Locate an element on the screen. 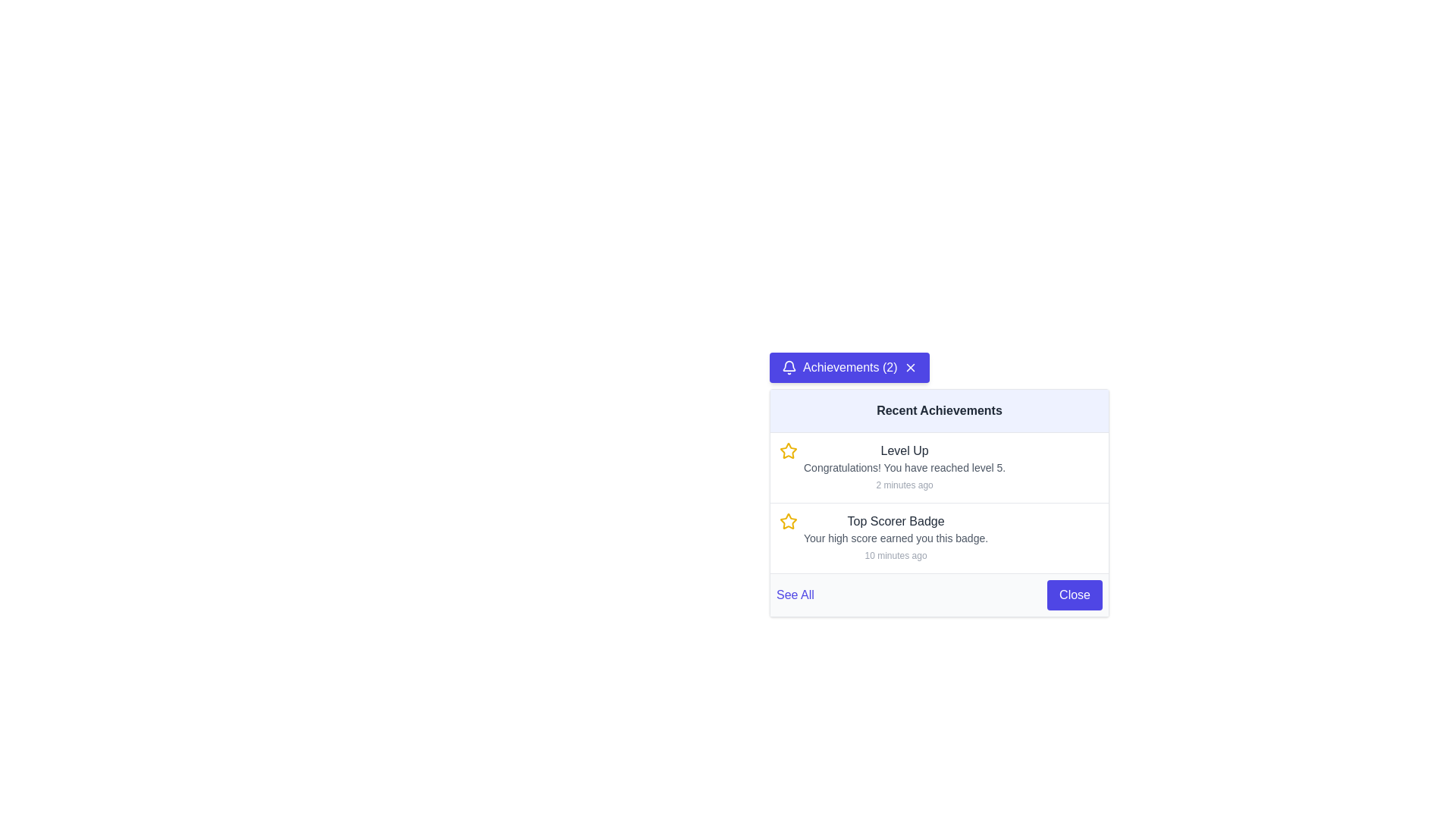 The image size is (1456, 819). the small text label indicating '10 minutes ago' located below the 'Top Scorer Badge' description is located at coordinates (896, 555).